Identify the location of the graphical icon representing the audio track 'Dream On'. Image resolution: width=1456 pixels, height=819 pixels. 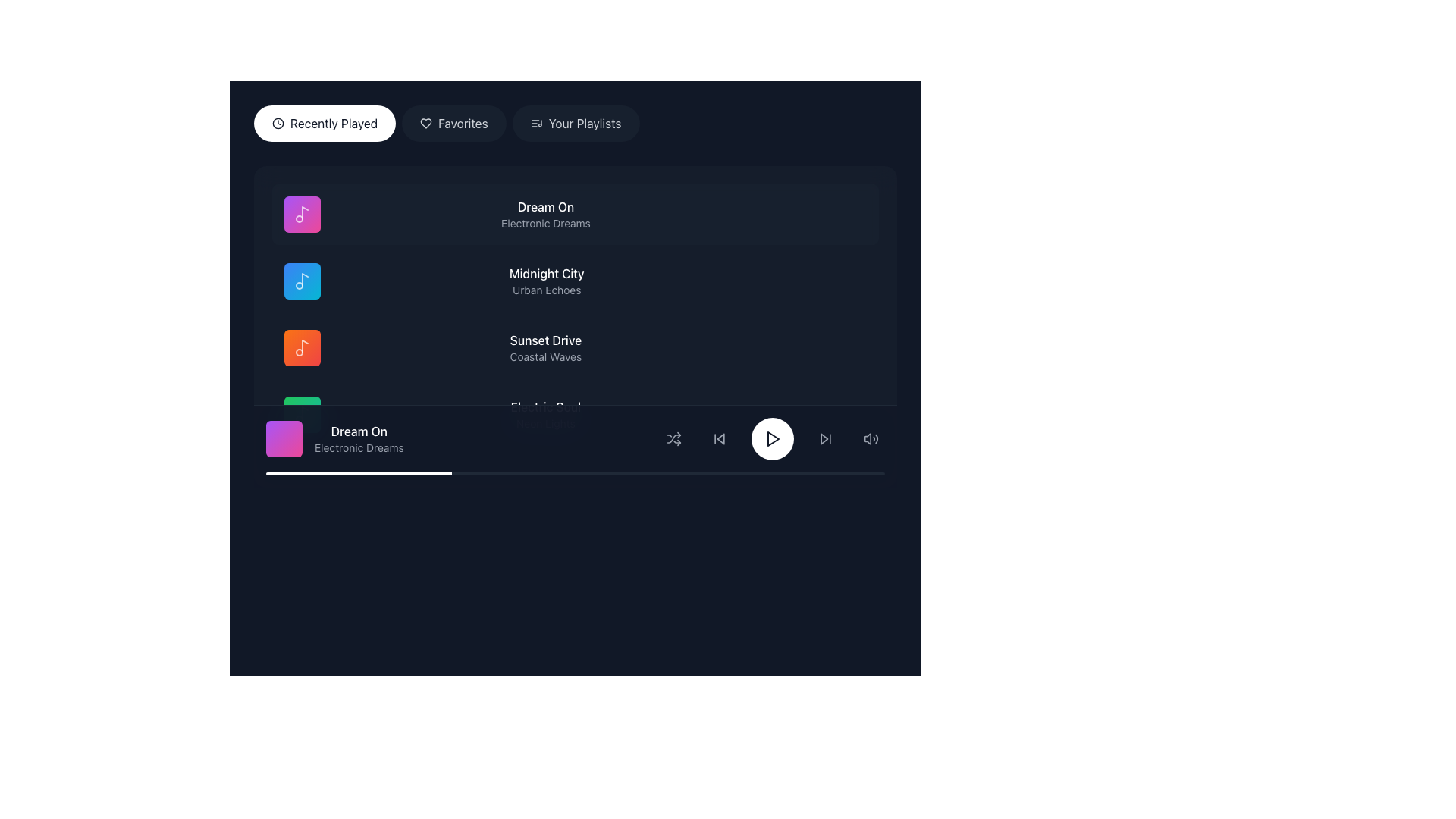
(302, 214).